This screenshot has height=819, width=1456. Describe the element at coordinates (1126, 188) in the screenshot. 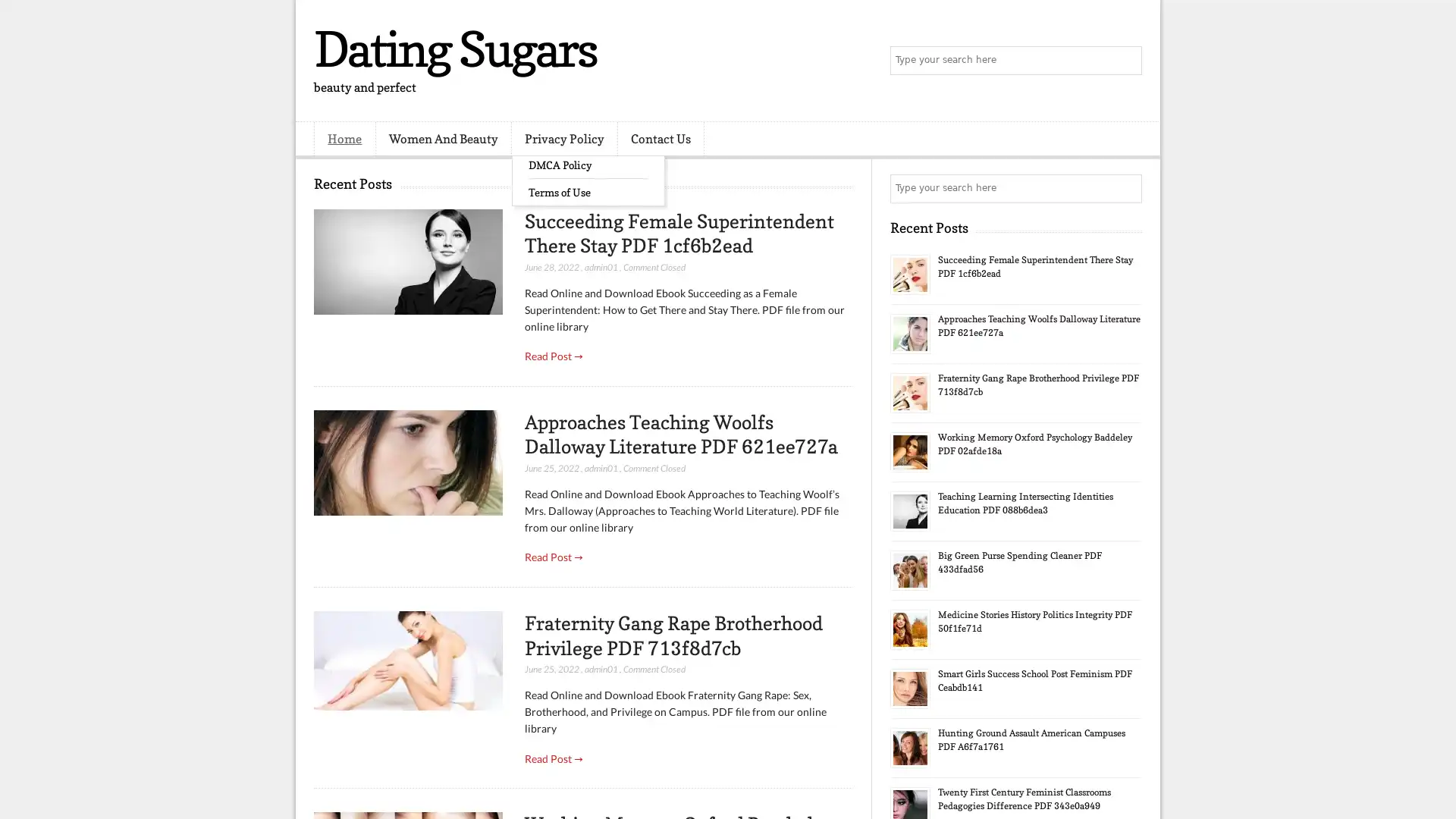

I see `Search` at that location.